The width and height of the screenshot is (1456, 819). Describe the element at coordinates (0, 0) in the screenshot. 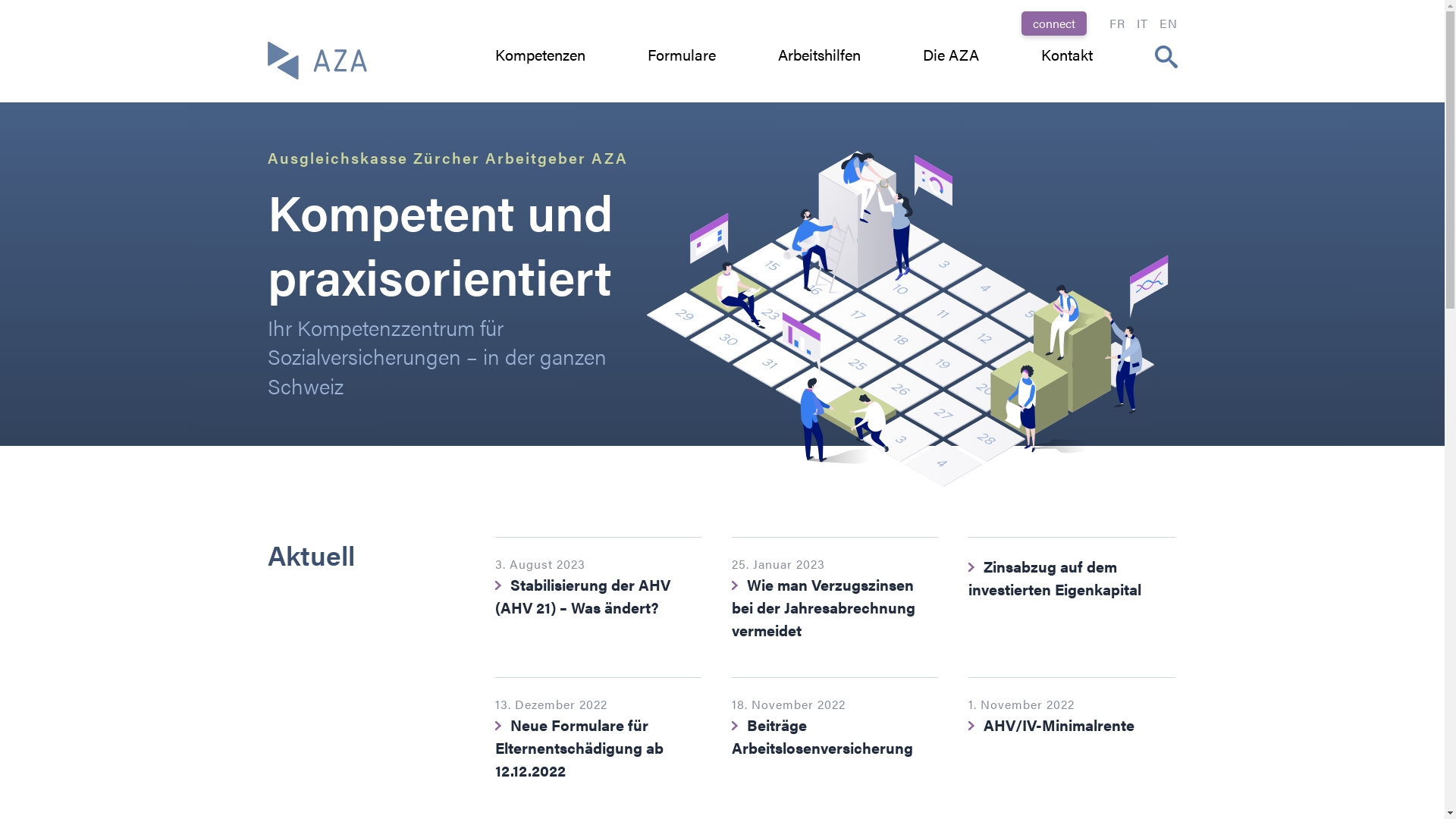

I see `'Zum Inhalt springen'` at that location.